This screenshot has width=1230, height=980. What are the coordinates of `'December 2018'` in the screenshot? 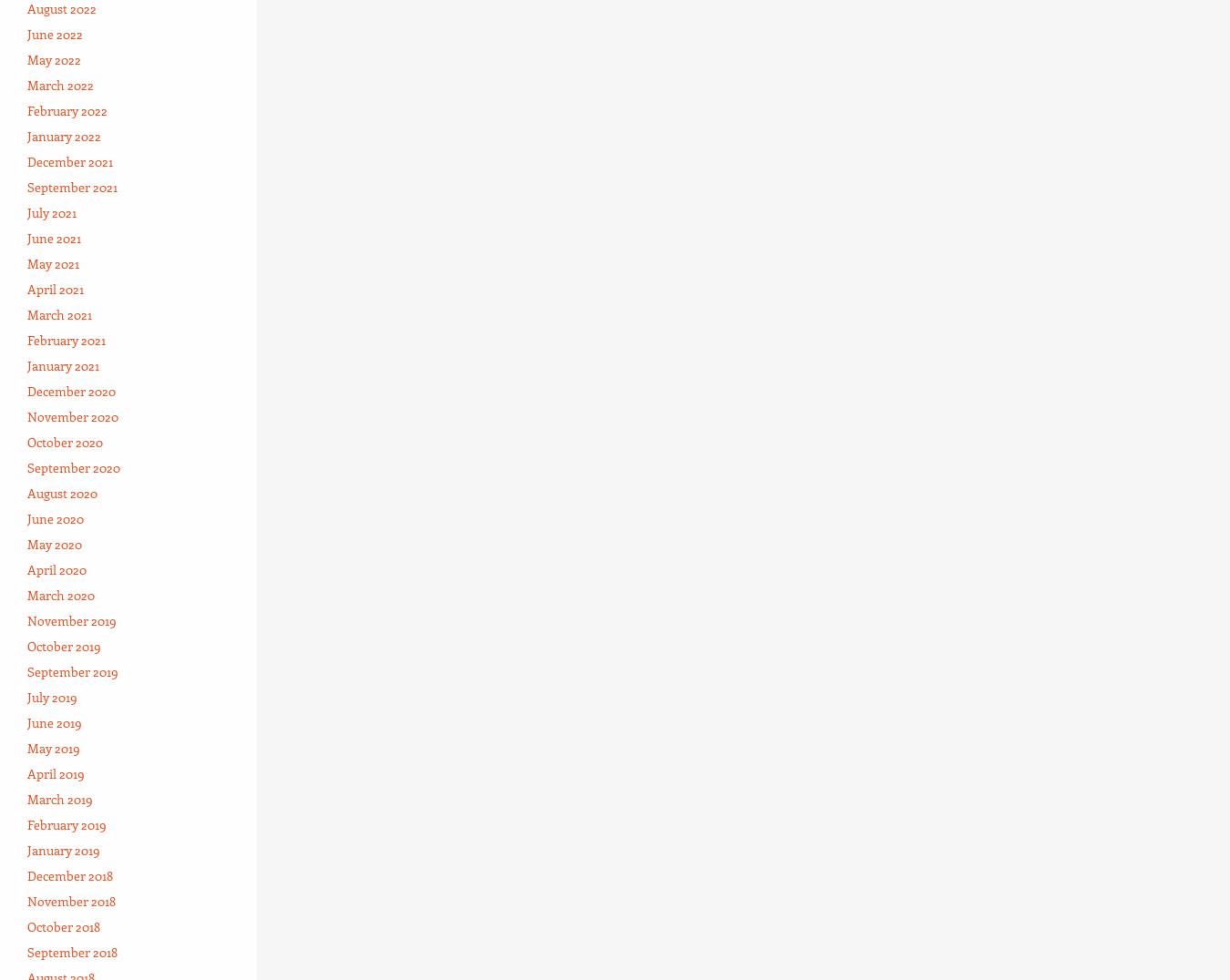 It's located at (68, 874).